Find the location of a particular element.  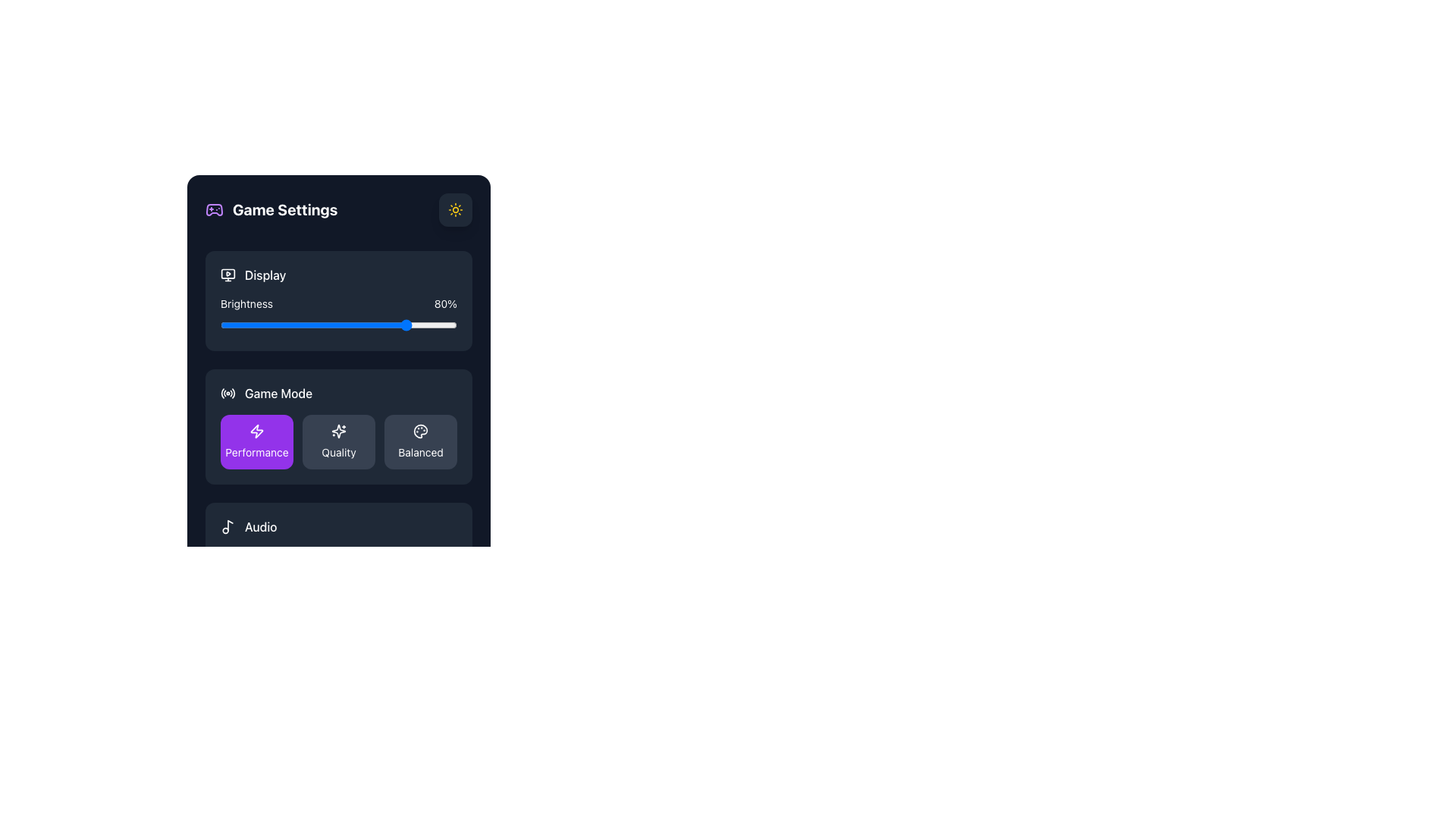

brightness level is located at coordinates (347, 324).